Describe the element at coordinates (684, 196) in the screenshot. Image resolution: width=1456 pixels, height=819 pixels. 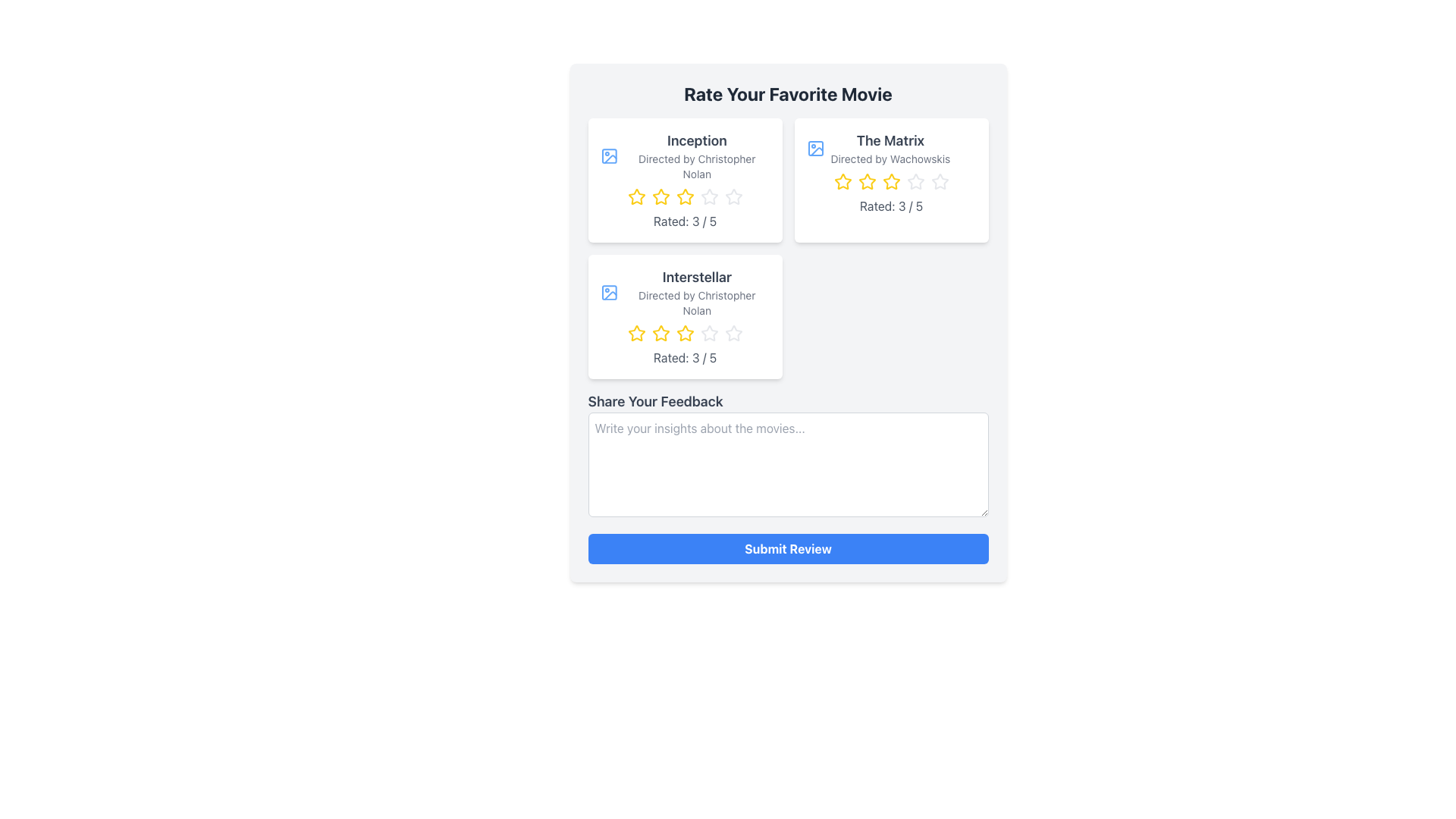
I see `the third star in the sequence of five stars under the 'Inception' movie card to adjust the rating` at that location.